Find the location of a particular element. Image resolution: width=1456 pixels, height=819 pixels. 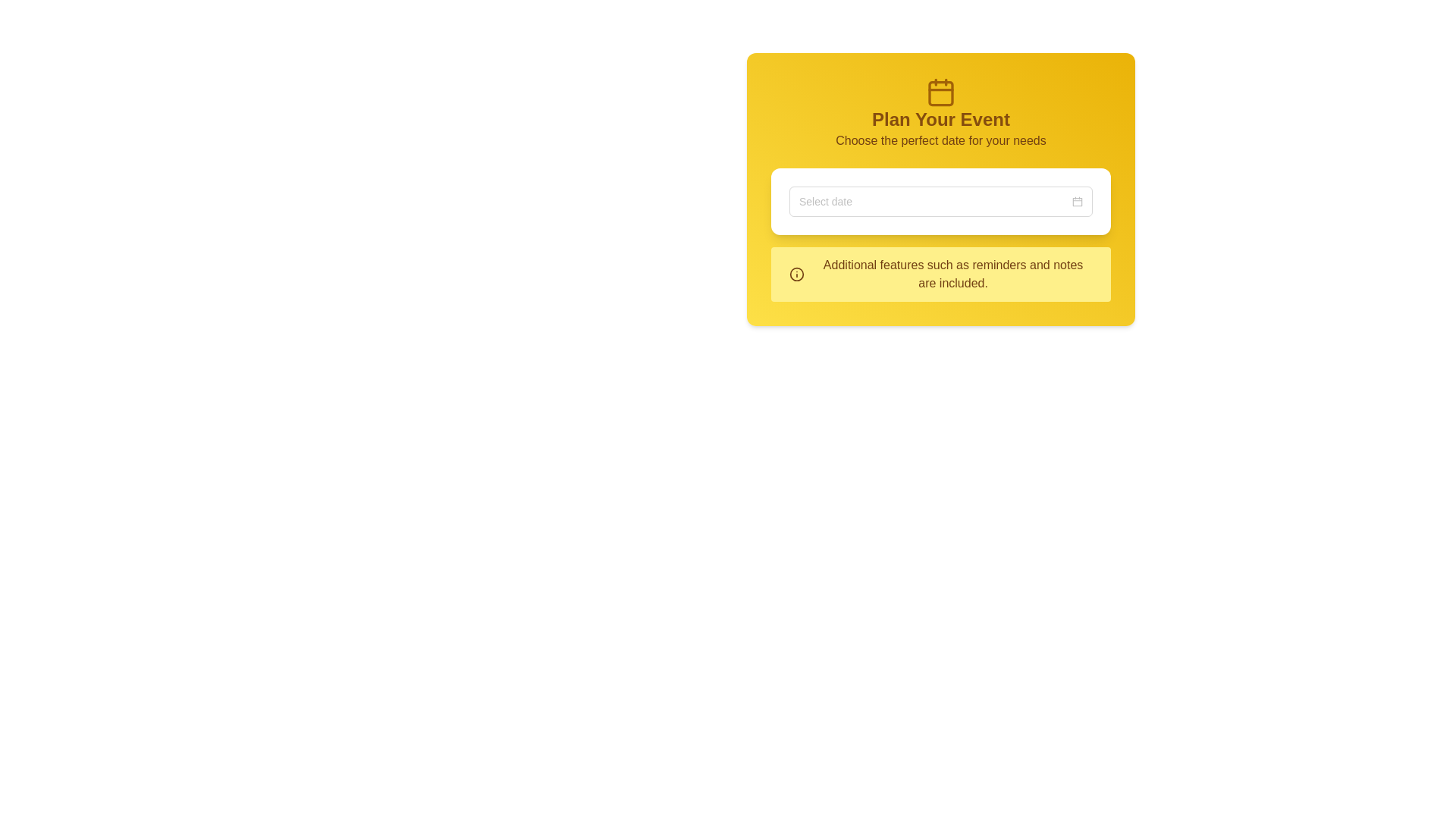

the small calendar icon located at the right edge of the date selection input field within a yellow user interface card is located at coordinates (1076, 201).